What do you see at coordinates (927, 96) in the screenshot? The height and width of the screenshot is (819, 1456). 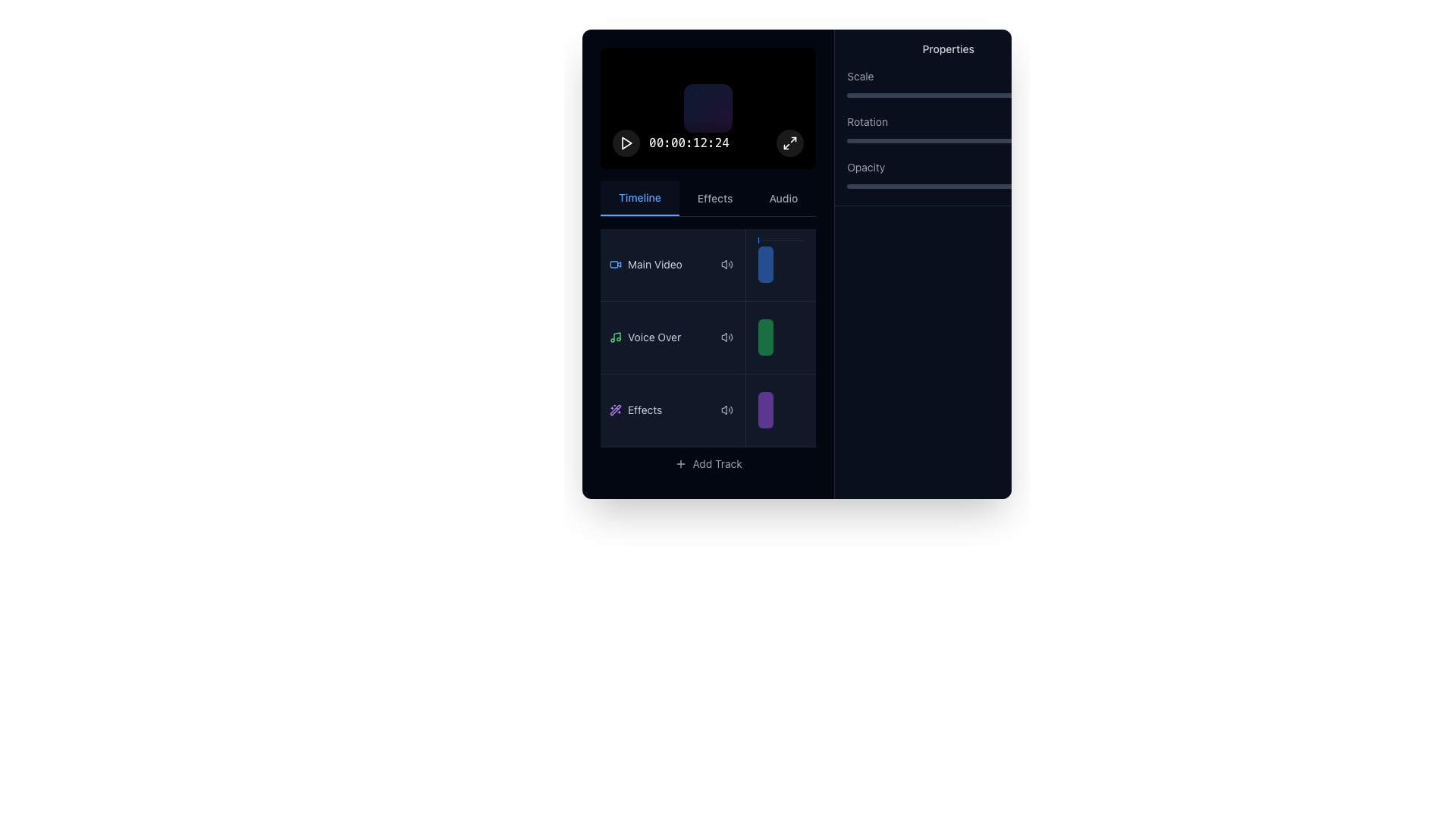 I see `the scale property` at bounding box center [927, 96].